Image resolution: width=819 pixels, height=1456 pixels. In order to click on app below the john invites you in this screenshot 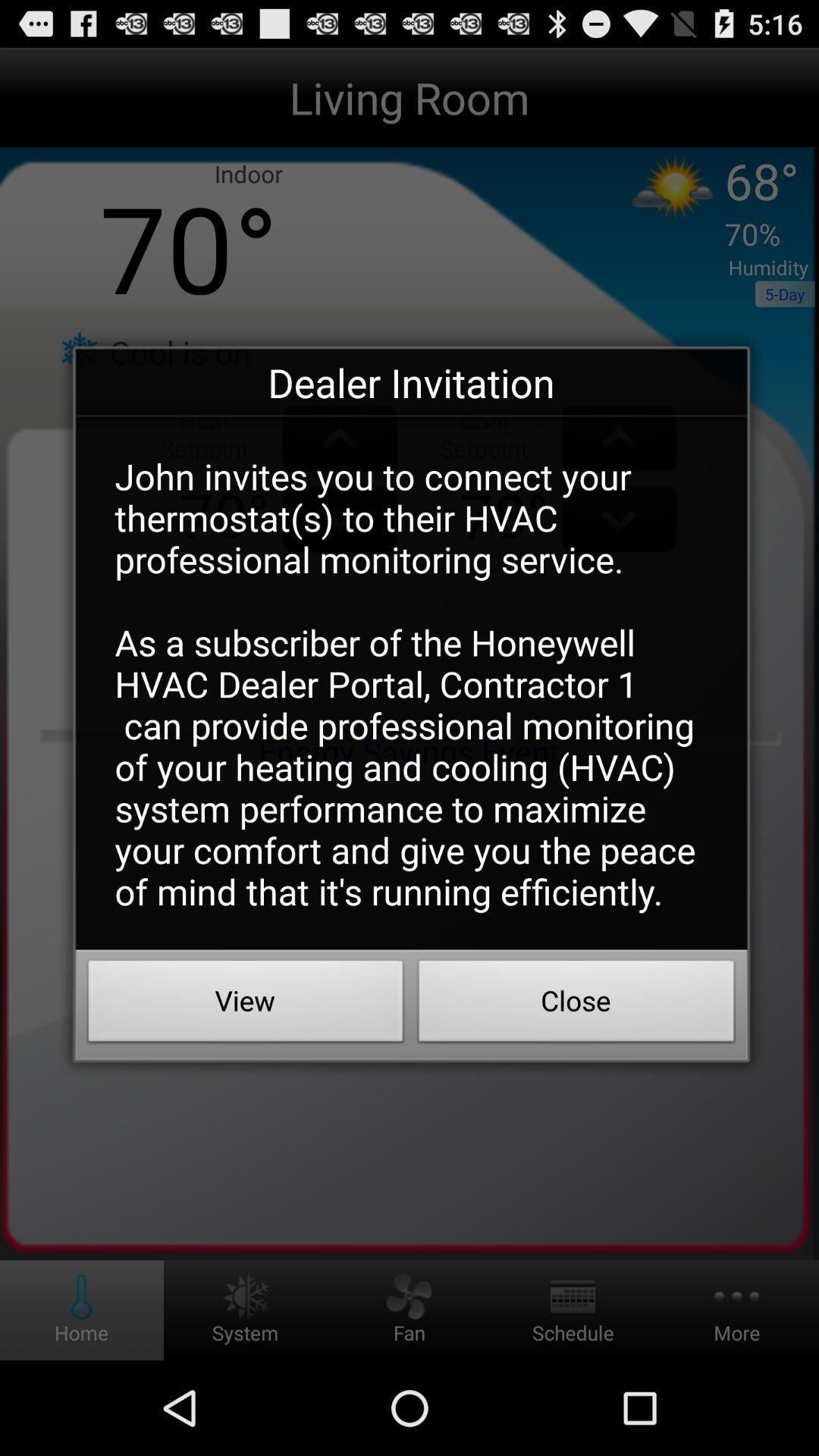, I will do `click(245, 1005)`.